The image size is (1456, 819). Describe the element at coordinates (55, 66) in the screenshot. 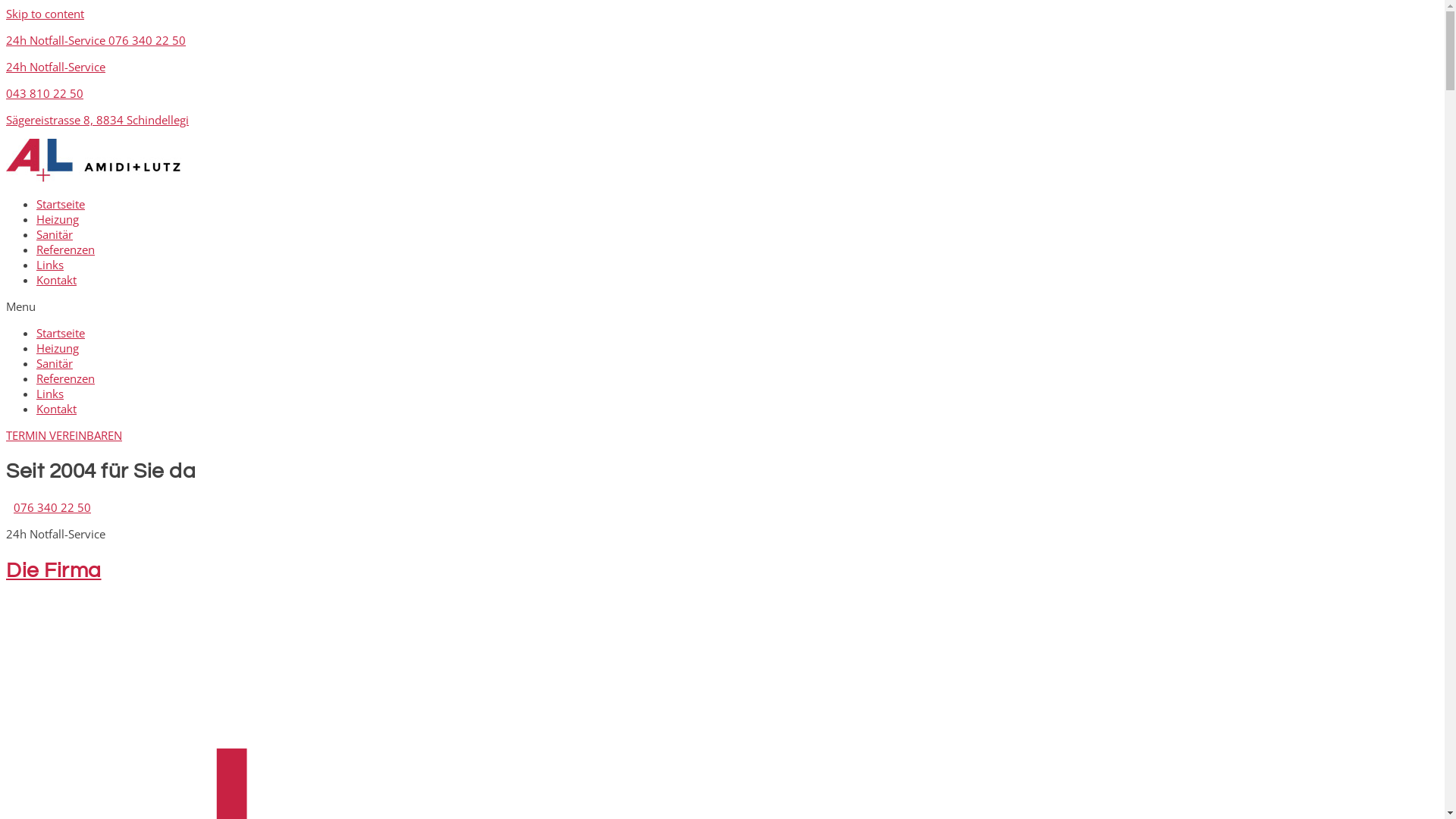

I see `'24h Notfall-Service'` at that location.